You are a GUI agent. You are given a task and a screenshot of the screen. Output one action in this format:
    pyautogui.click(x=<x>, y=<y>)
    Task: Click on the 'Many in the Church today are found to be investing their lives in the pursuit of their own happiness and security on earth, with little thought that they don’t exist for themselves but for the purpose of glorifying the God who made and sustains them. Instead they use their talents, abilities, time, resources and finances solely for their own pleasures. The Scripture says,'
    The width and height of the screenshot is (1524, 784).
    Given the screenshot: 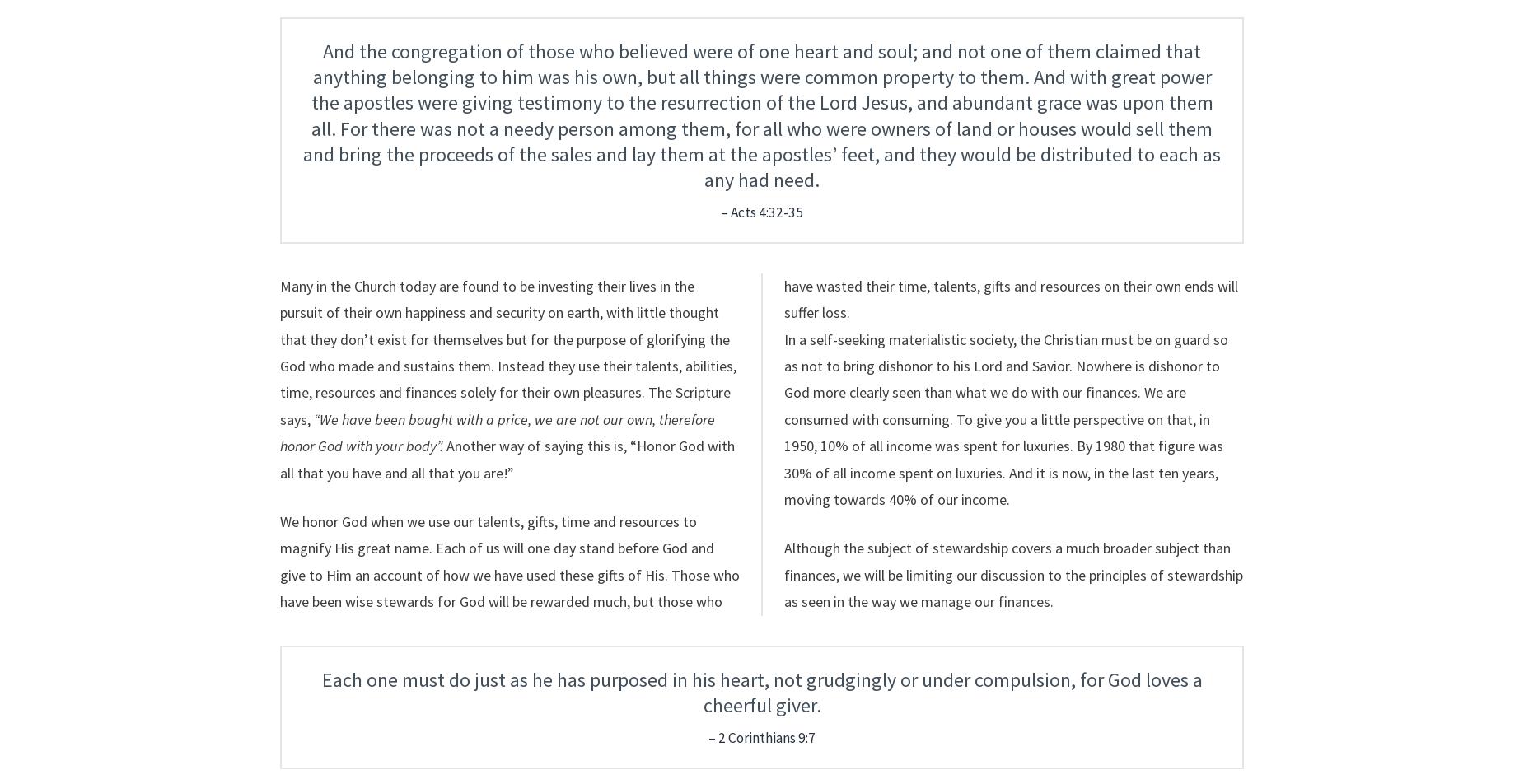 What is the action you would take?
    pyautogui.click(x=507, y=352)
    